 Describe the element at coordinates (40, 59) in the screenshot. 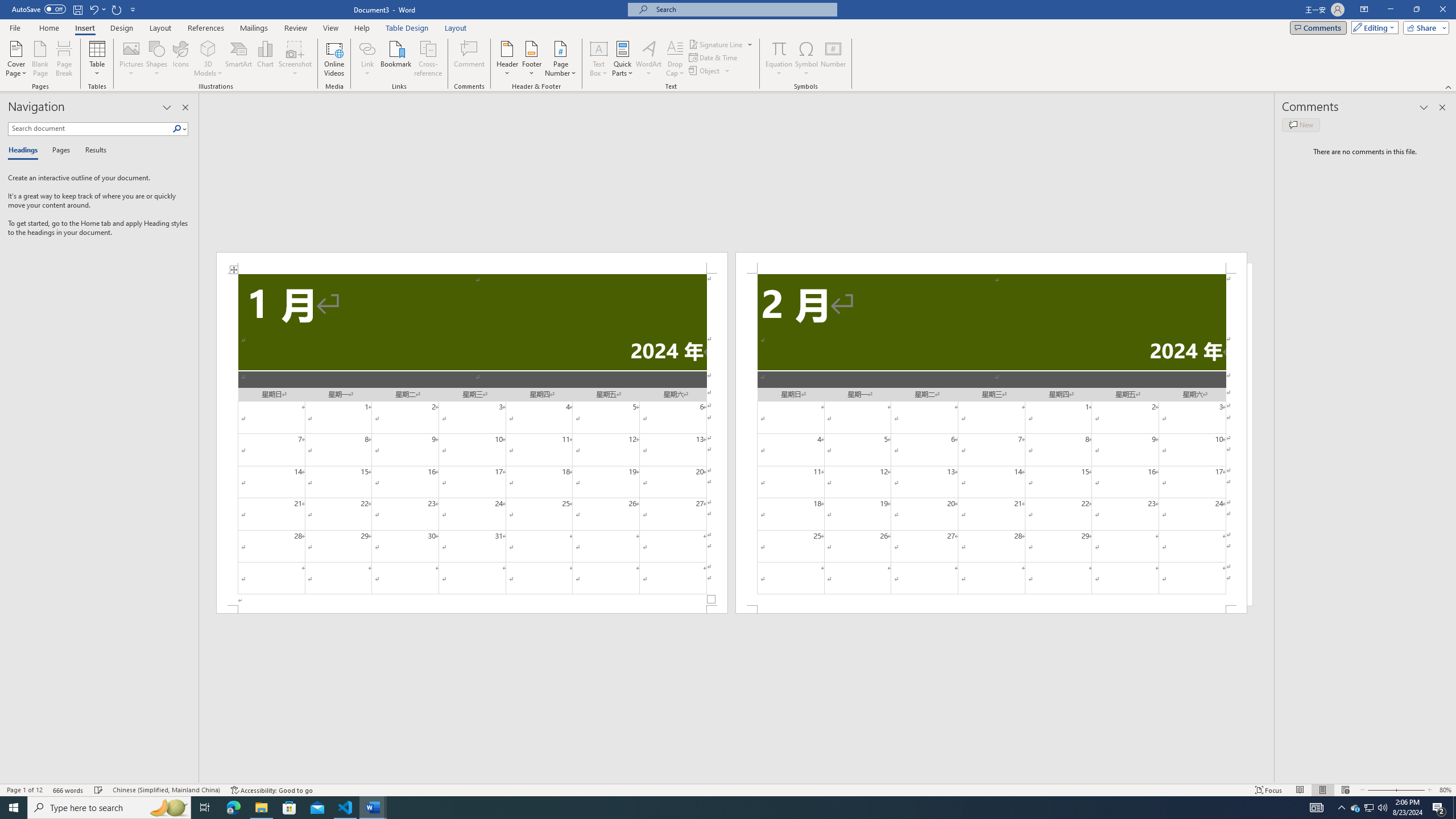

I see `'Blank Page'` at that location.